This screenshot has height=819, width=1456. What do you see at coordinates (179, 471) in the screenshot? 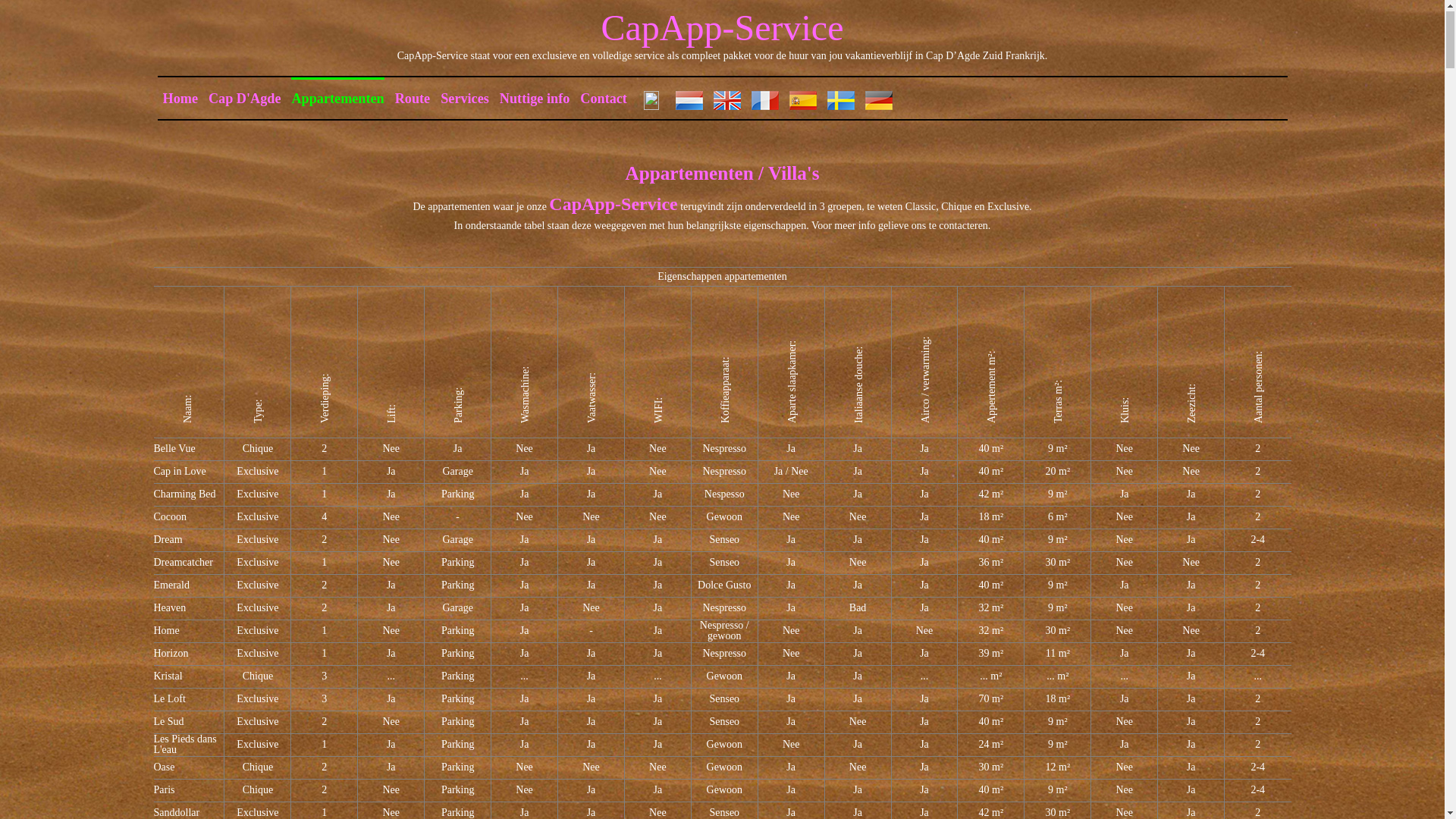
I see `'Cap in Love'` at bounding box center [179, 471].